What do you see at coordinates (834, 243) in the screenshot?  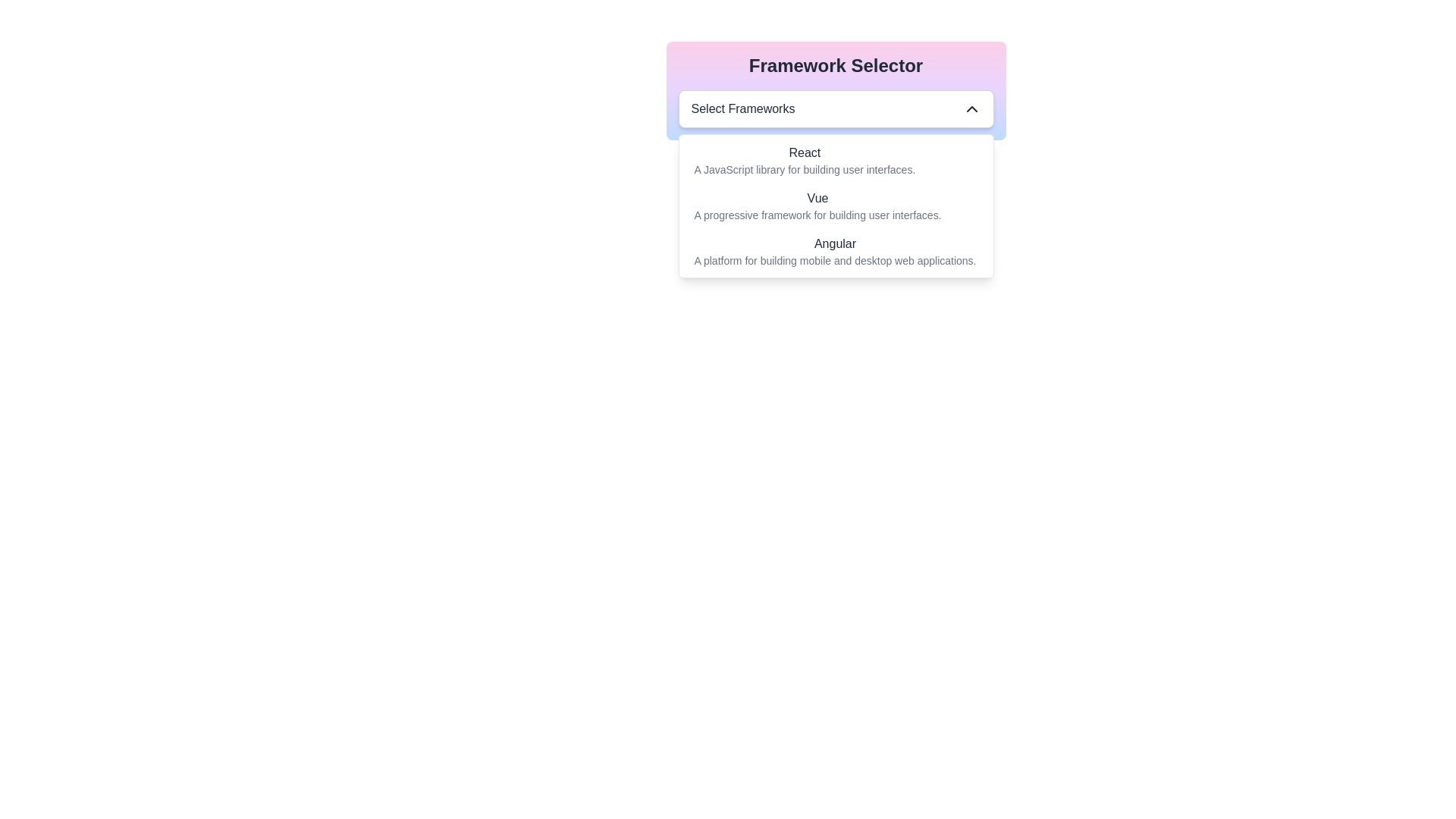 I see `the 'Angular' framework option in the dropdown menu, which is identified by its title text label positioned between 'React' and 'Vue'` at bounding box center [834, 243].